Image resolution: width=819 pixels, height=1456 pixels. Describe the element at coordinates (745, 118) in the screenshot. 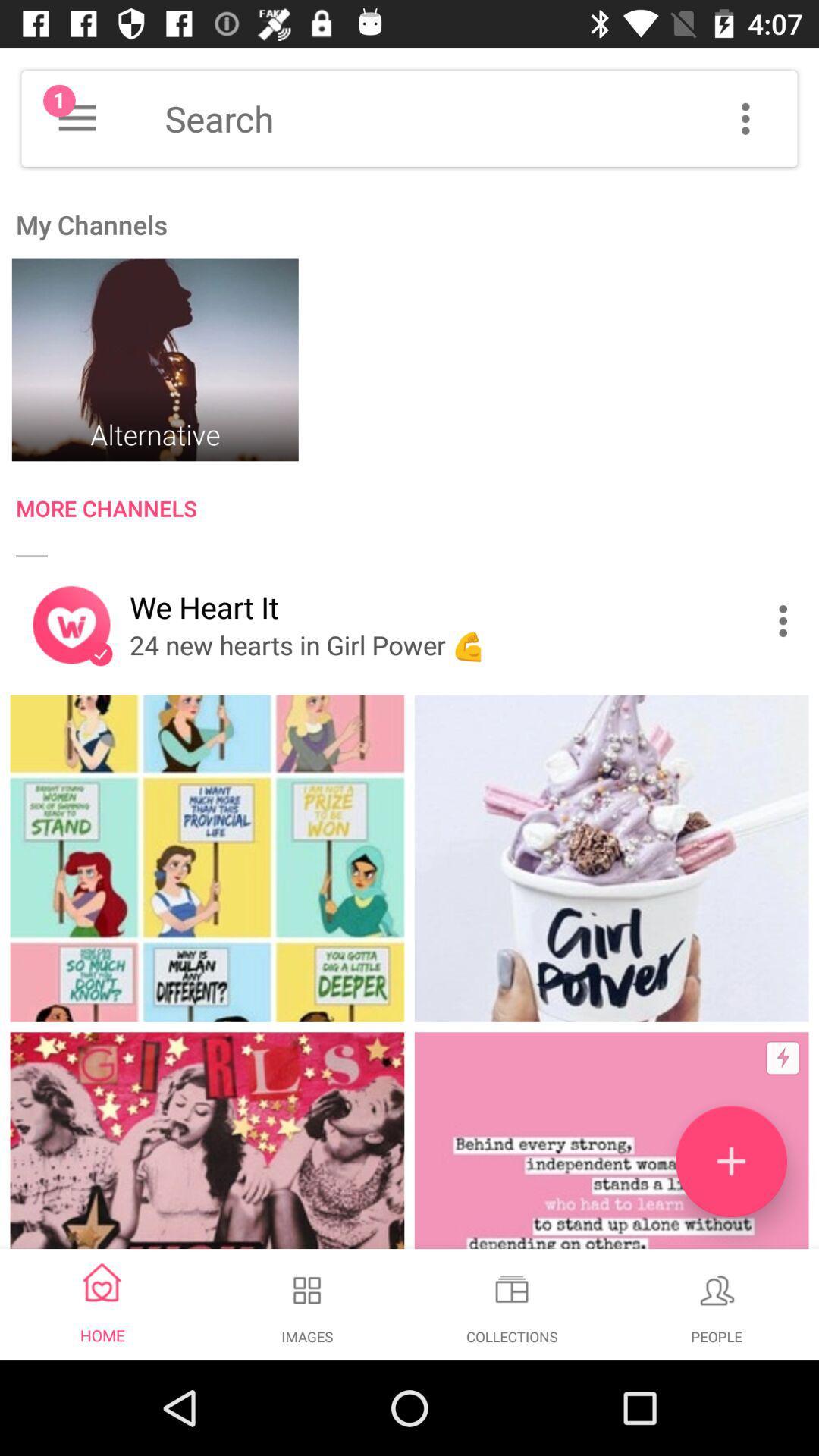

I see `menu` at that location.